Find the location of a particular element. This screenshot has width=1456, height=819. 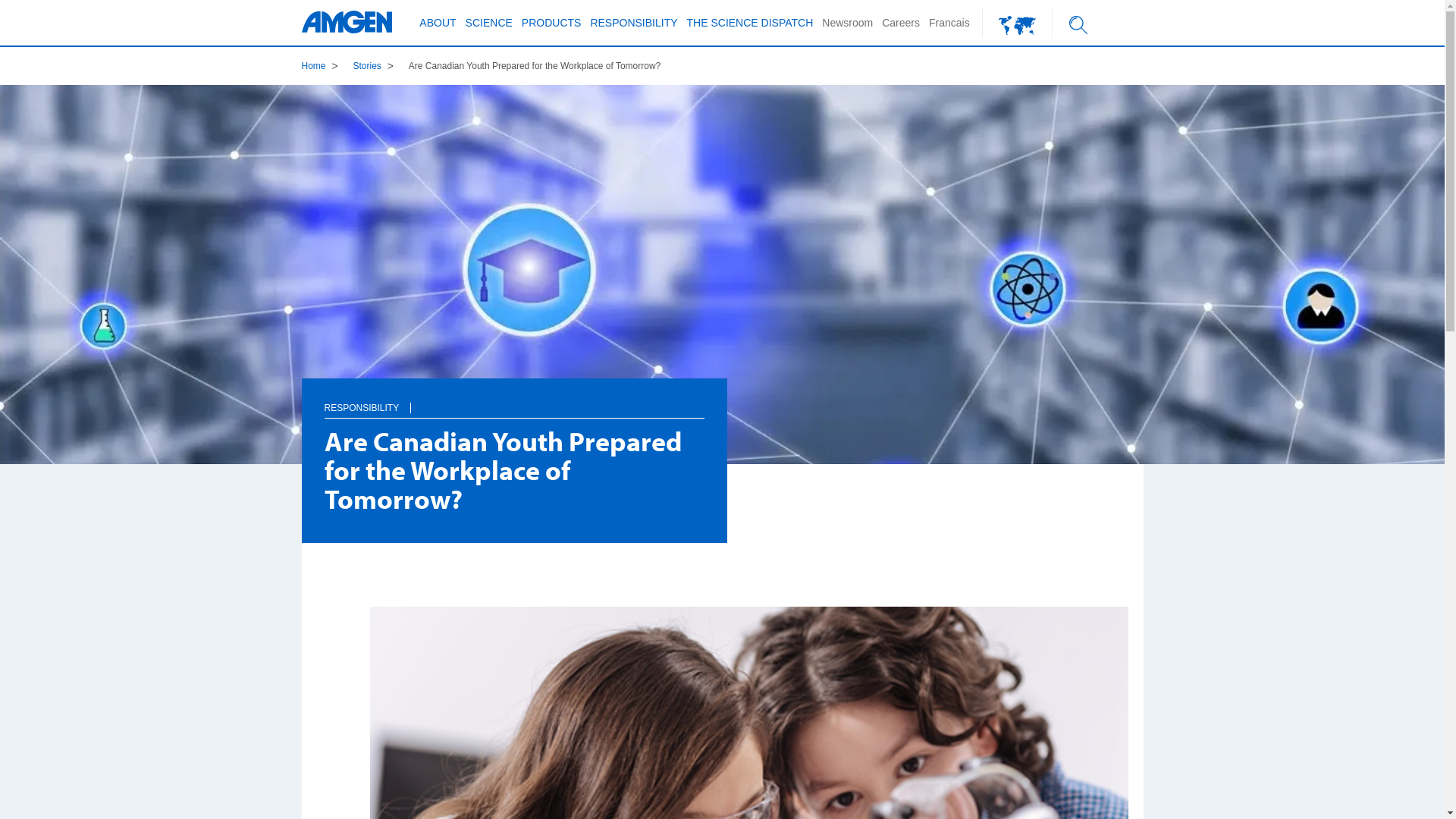

'Francais' is located at coordinates (949, 23).